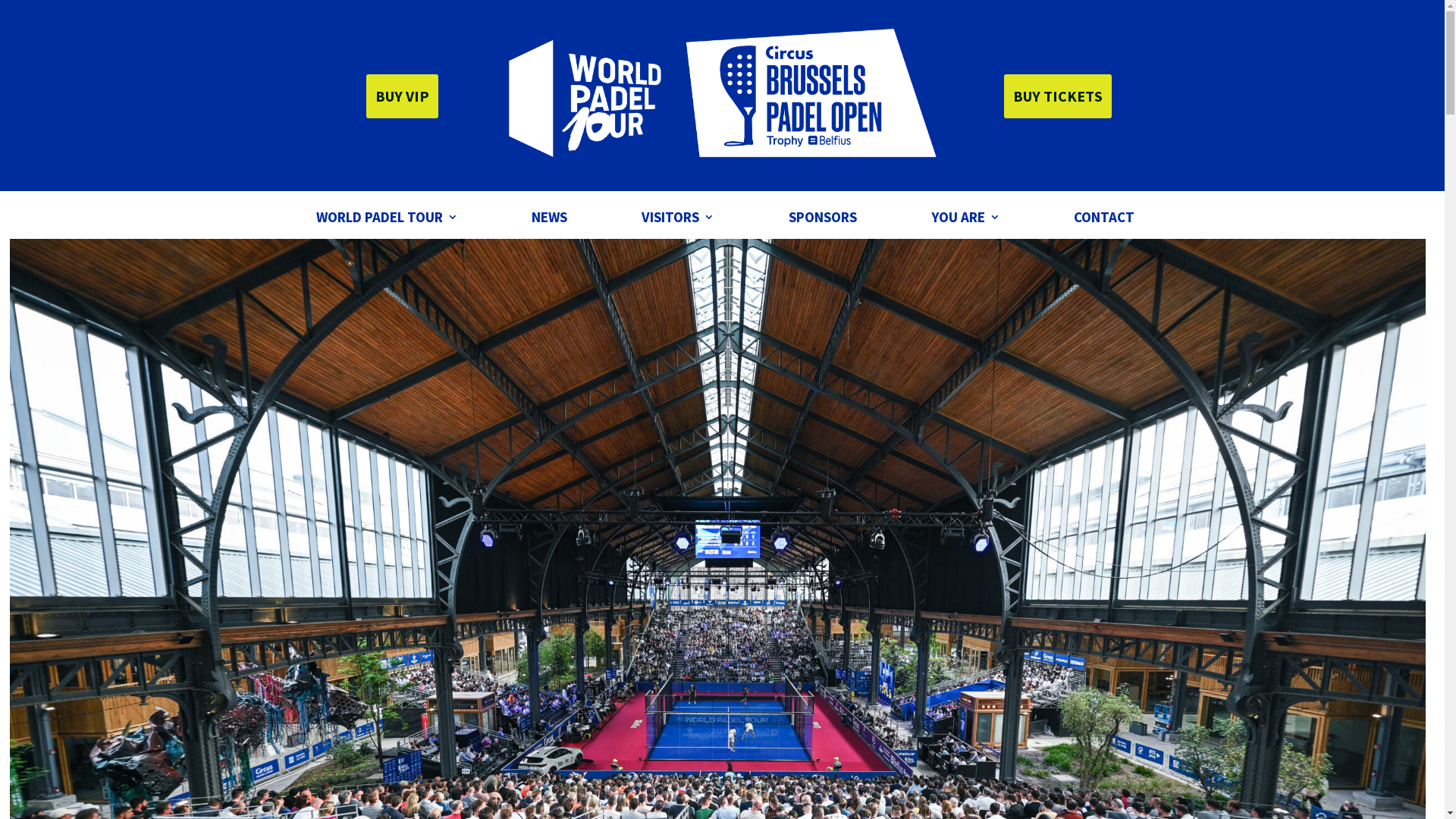 The image size is (1456, 819). I want to click on 'WORLD PADEL TOUR', so click(386, 219).